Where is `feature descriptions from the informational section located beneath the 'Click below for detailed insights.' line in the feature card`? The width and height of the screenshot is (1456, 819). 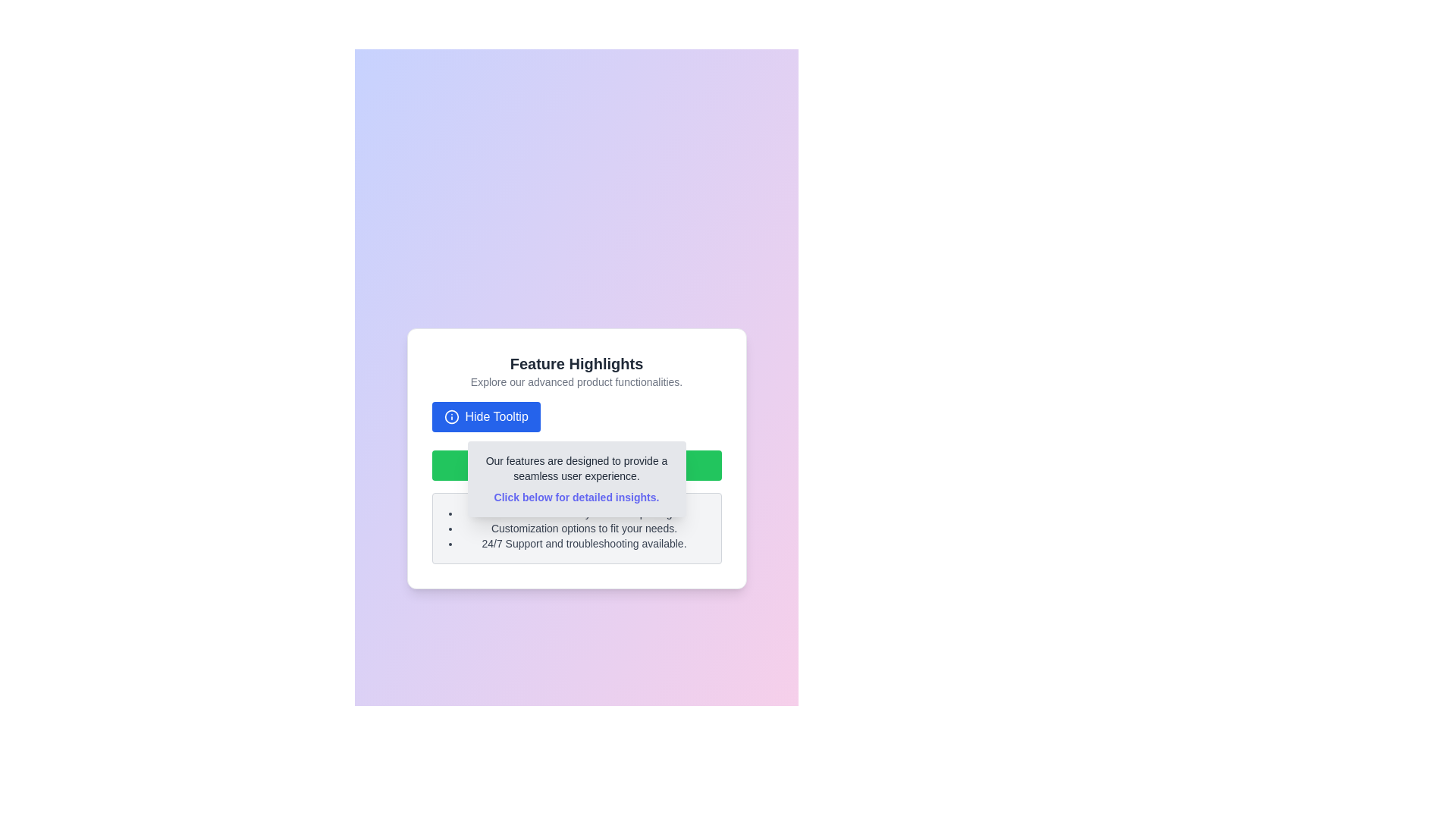 feature descriptions from the informational section located beneath the 'Click below for detailed insights.' line in the feature card is located at coordinates (576, 507).